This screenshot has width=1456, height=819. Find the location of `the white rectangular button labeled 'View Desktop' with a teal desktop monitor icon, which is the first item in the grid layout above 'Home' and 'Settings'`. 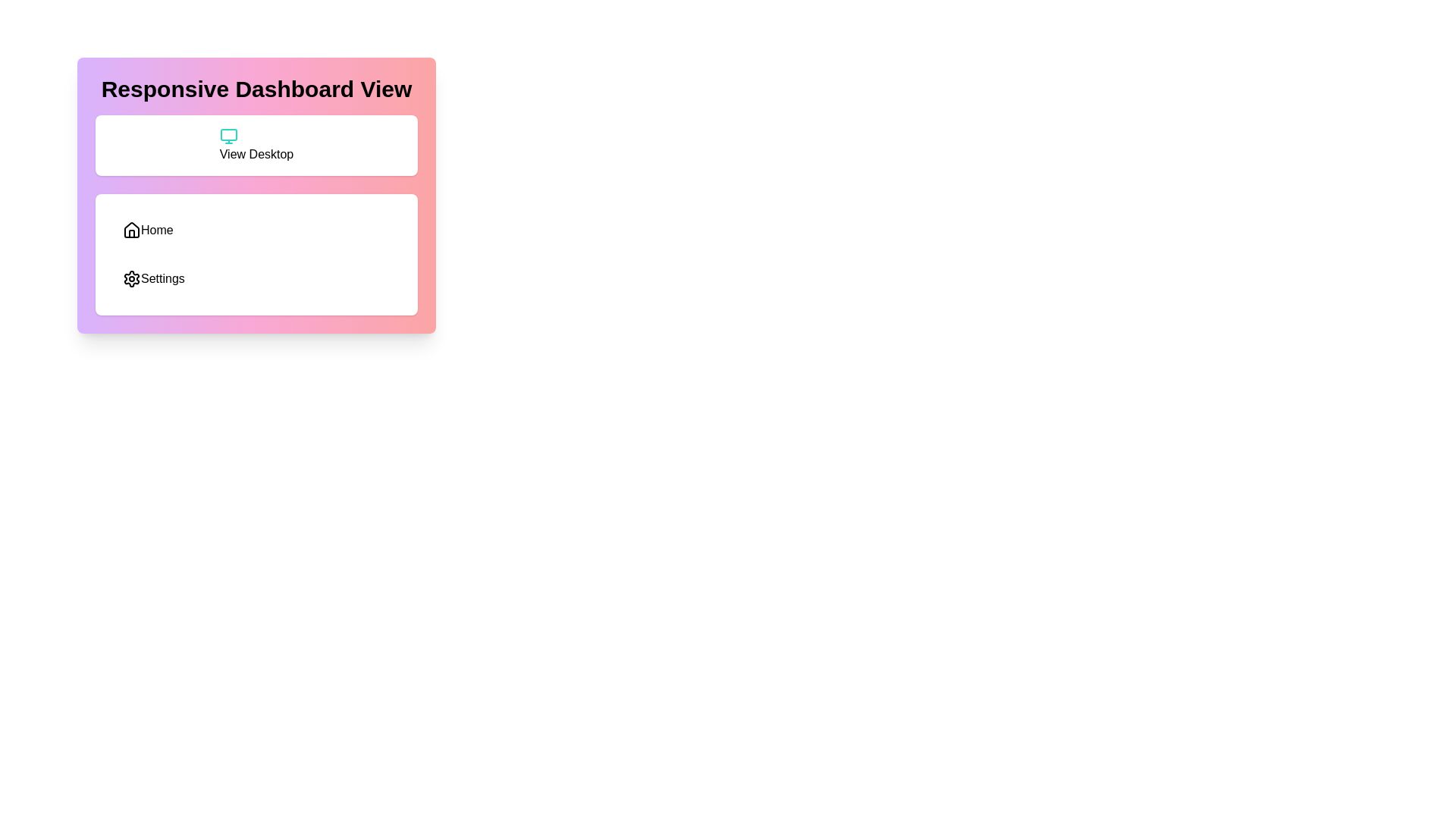

the white rectangular button labeled 'View Desktop' with a teal desktop monitor icon, which is the first item in the grid layout above 'Home' and 'Settings' is located at coordinates (256, 146).